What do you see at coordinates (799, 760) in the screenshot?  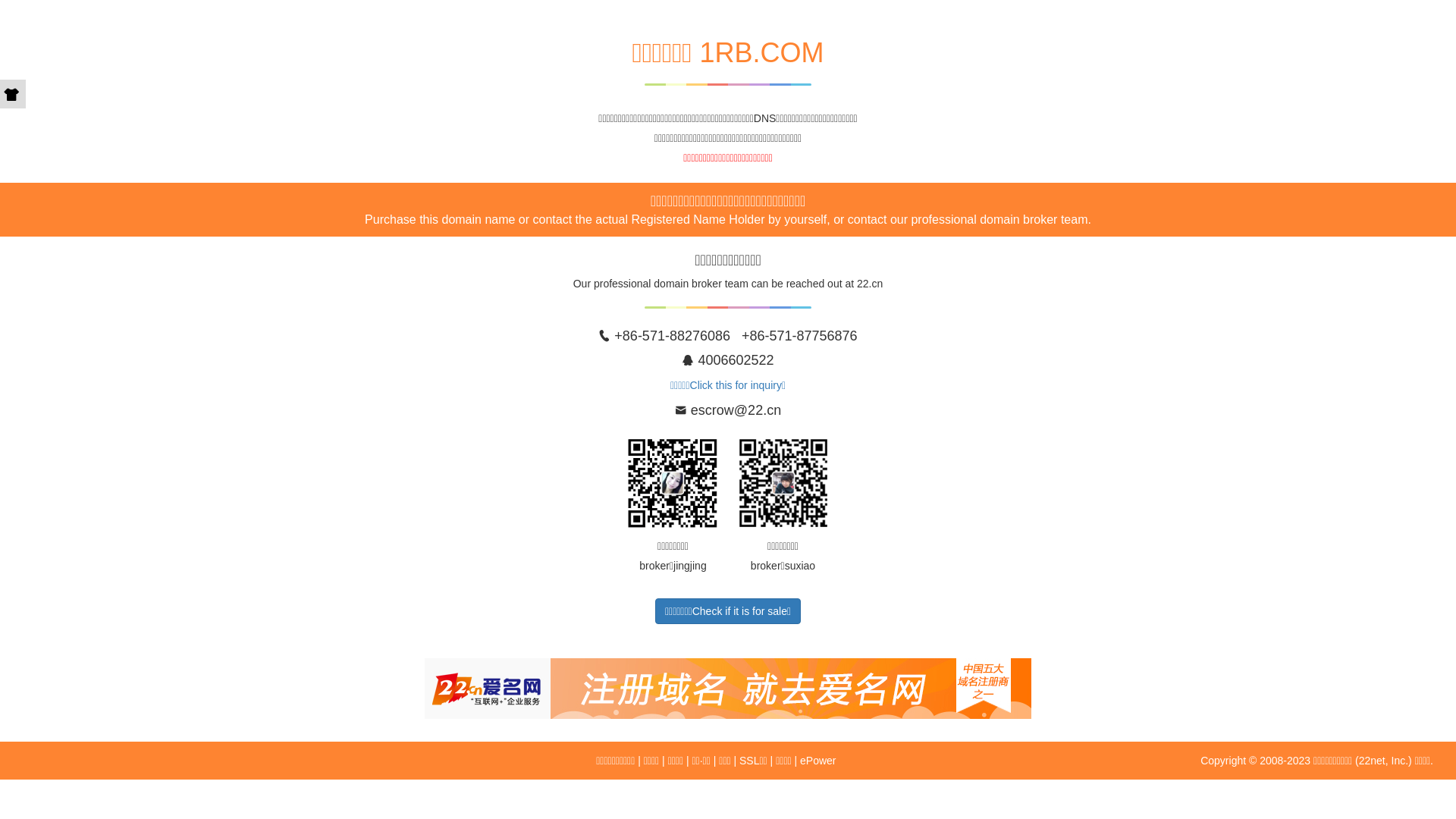 I see `'ePower'` at bounding box center [799, 760].